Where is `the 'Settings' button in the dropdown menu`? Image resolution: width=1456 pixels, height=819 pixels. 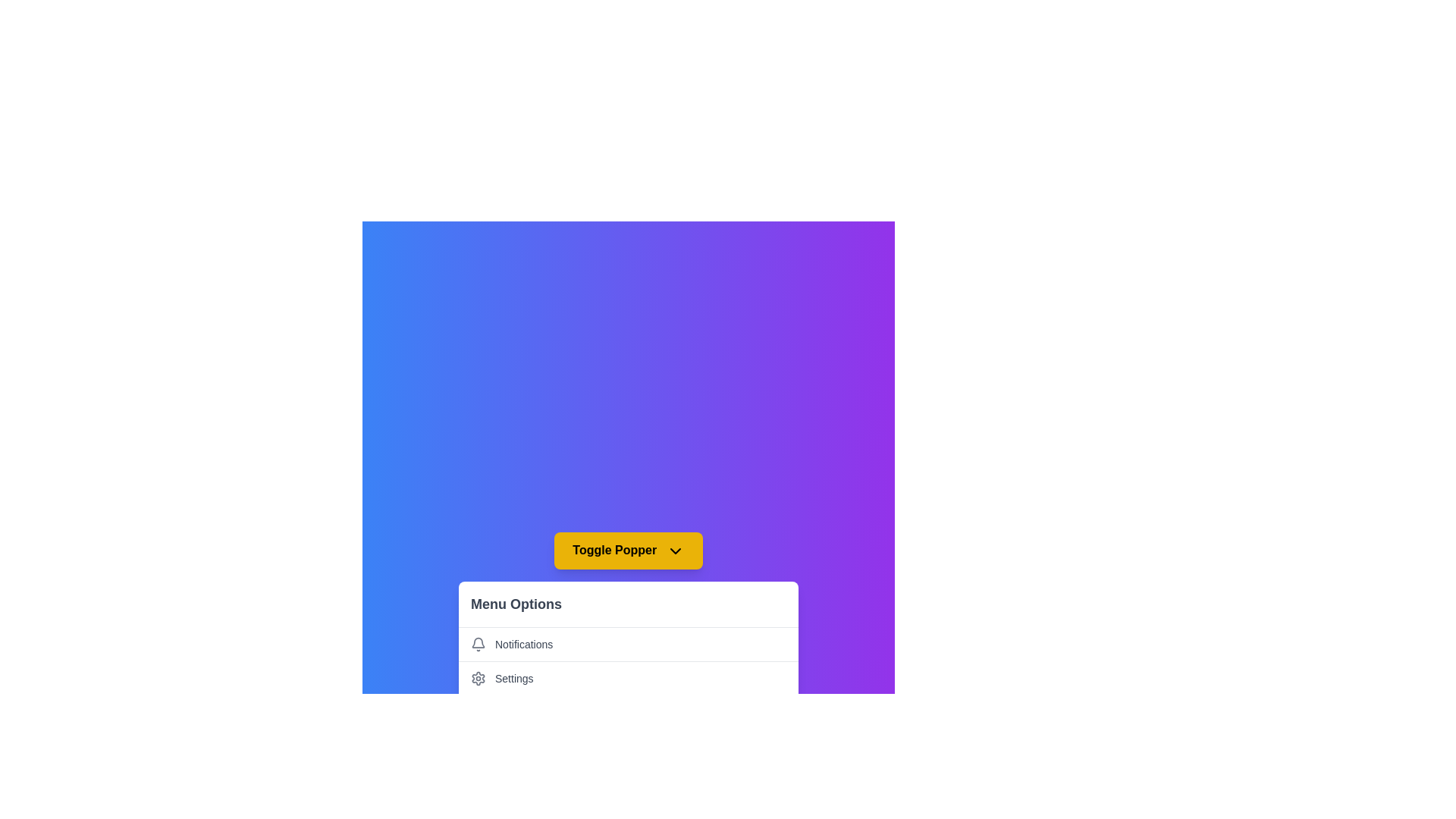
the 'Settings' button in the dropdown menu is located at coordinates (629, 677).